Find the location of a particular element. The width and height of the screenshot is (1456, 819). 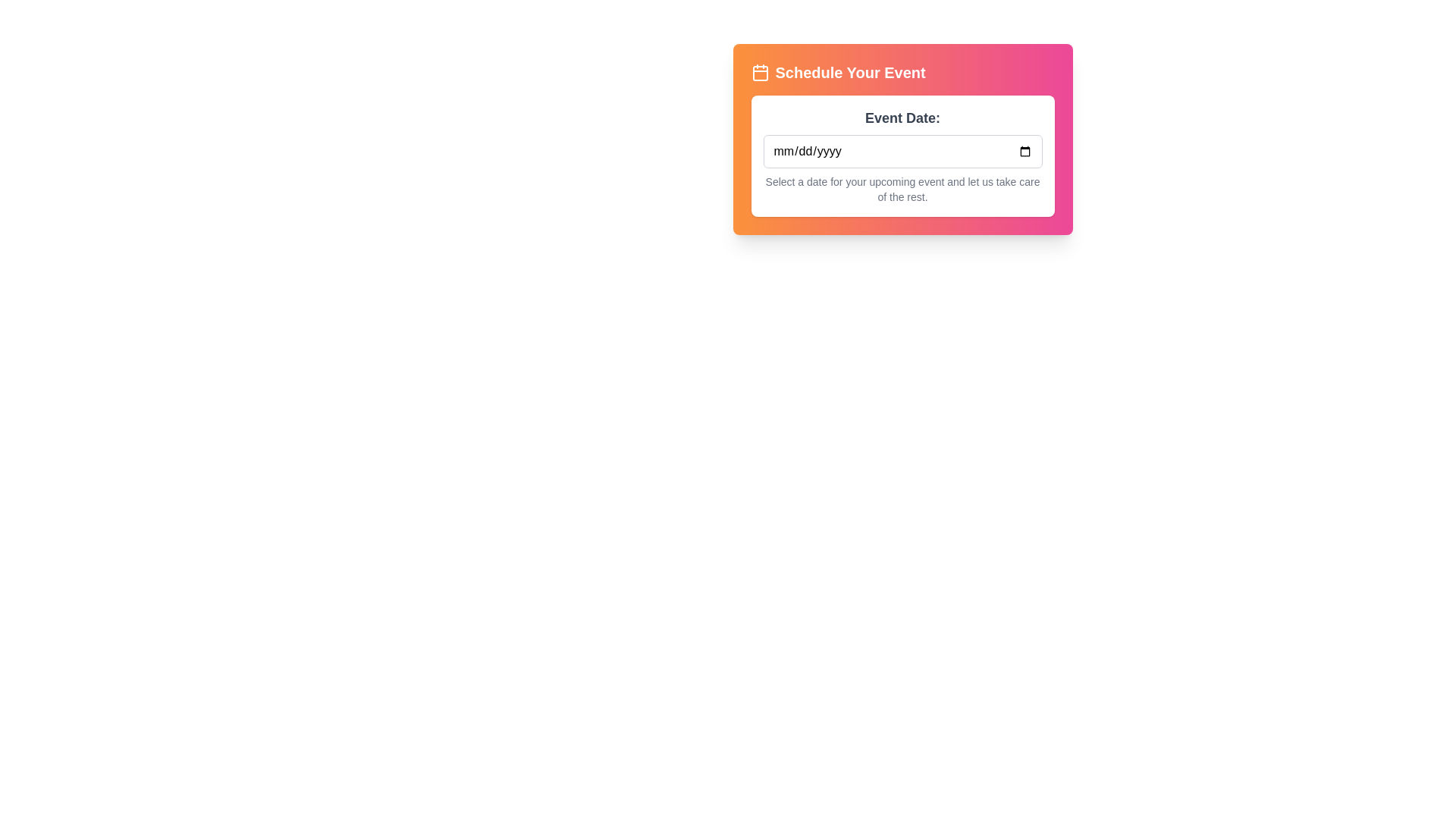

the calendar icon located to the left of the 'Schedule Your Event' text in the header section of the modal is located at coordinates (760, 73).